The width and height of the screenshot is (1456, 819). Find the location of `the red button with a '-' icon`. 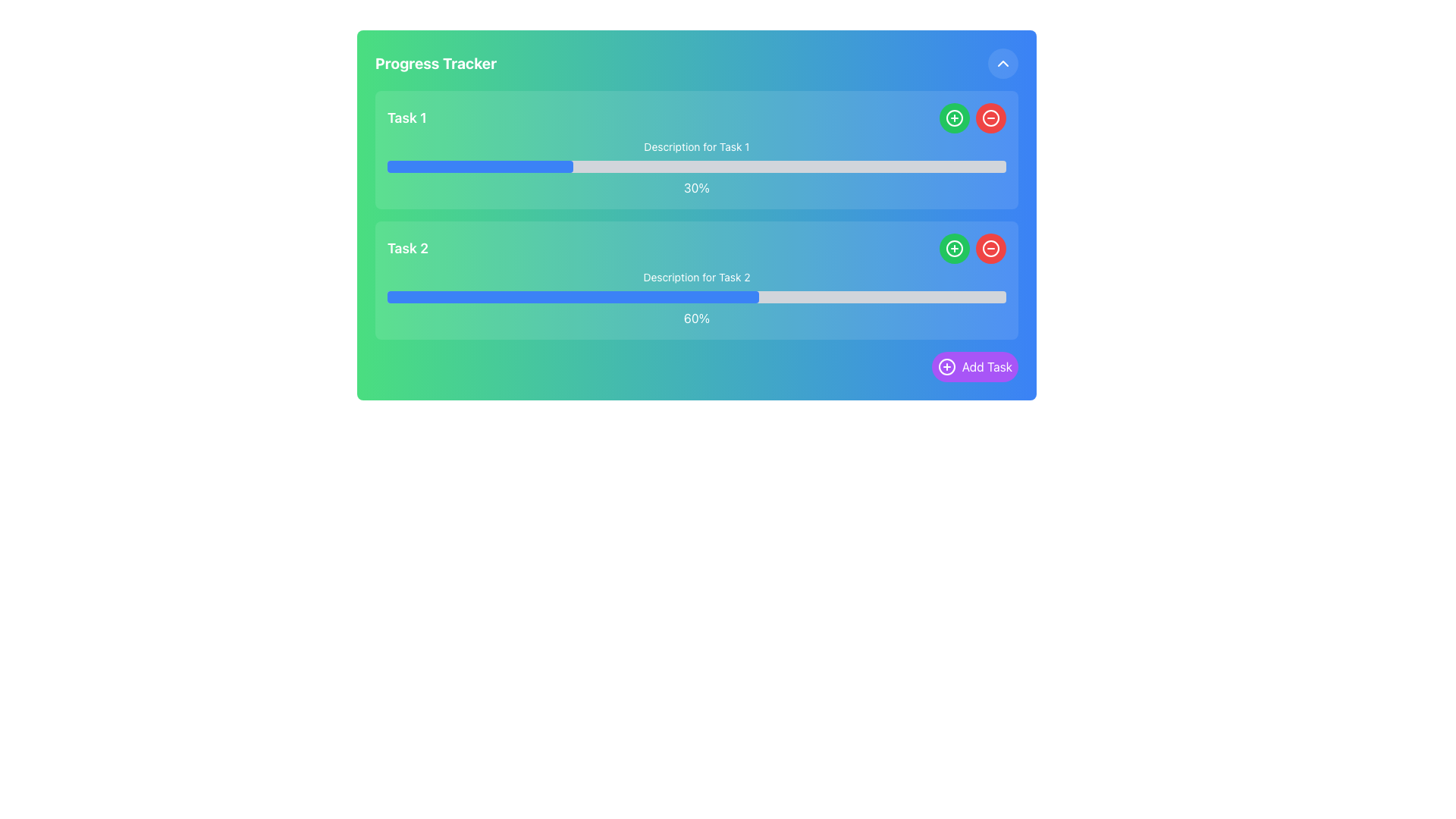

the red button with a '-' icon is located at coordinates (972, 117).